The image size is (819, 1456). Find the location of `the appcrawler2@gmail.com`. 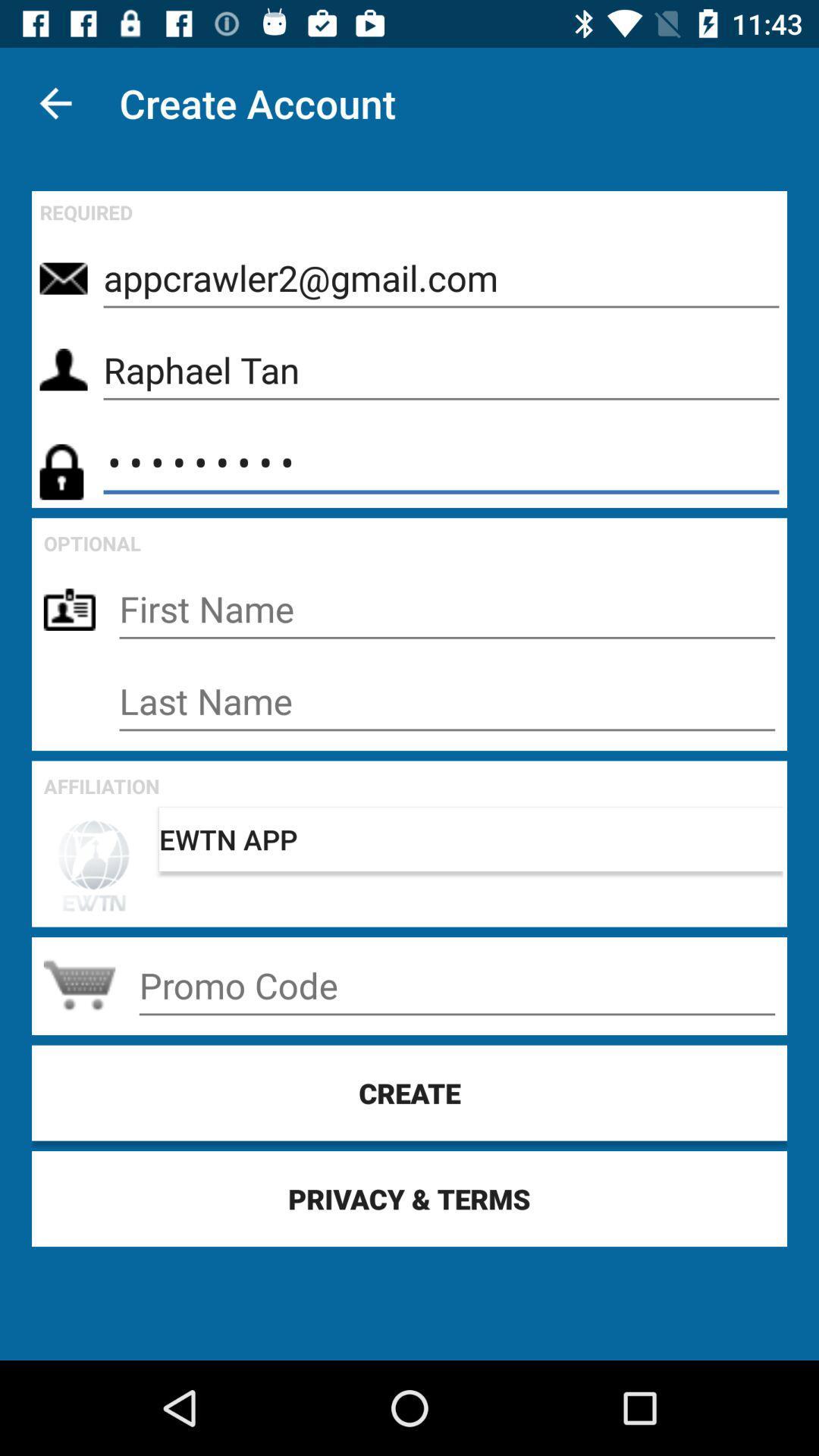

the appcrawler2@gmail.com is located at coordinates (441, 278).